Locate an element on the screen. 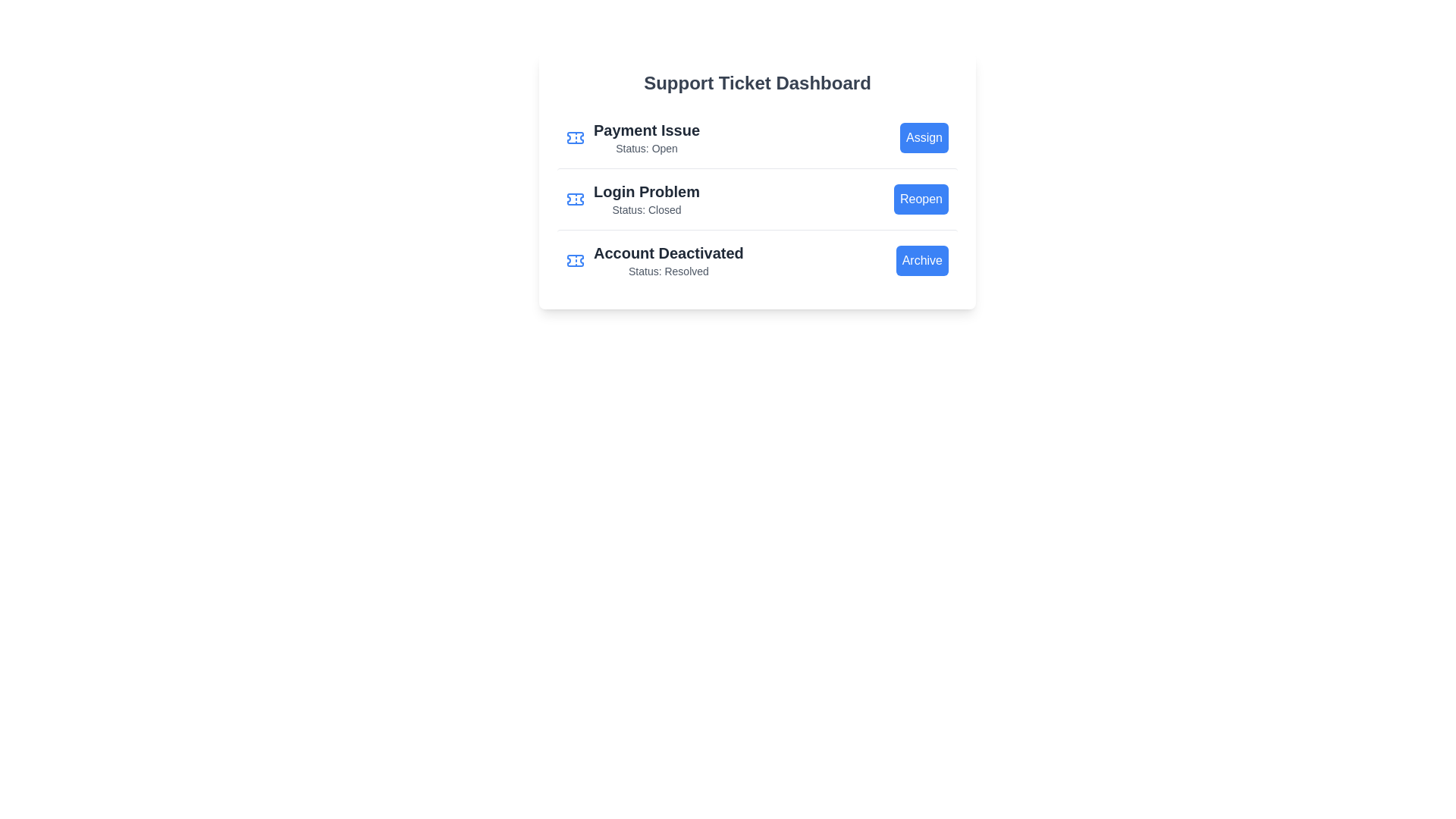 The height and width of the screenshot is (819, 1456). the ticket title Account Deactivated from the list is located at coordinates (654, 259).